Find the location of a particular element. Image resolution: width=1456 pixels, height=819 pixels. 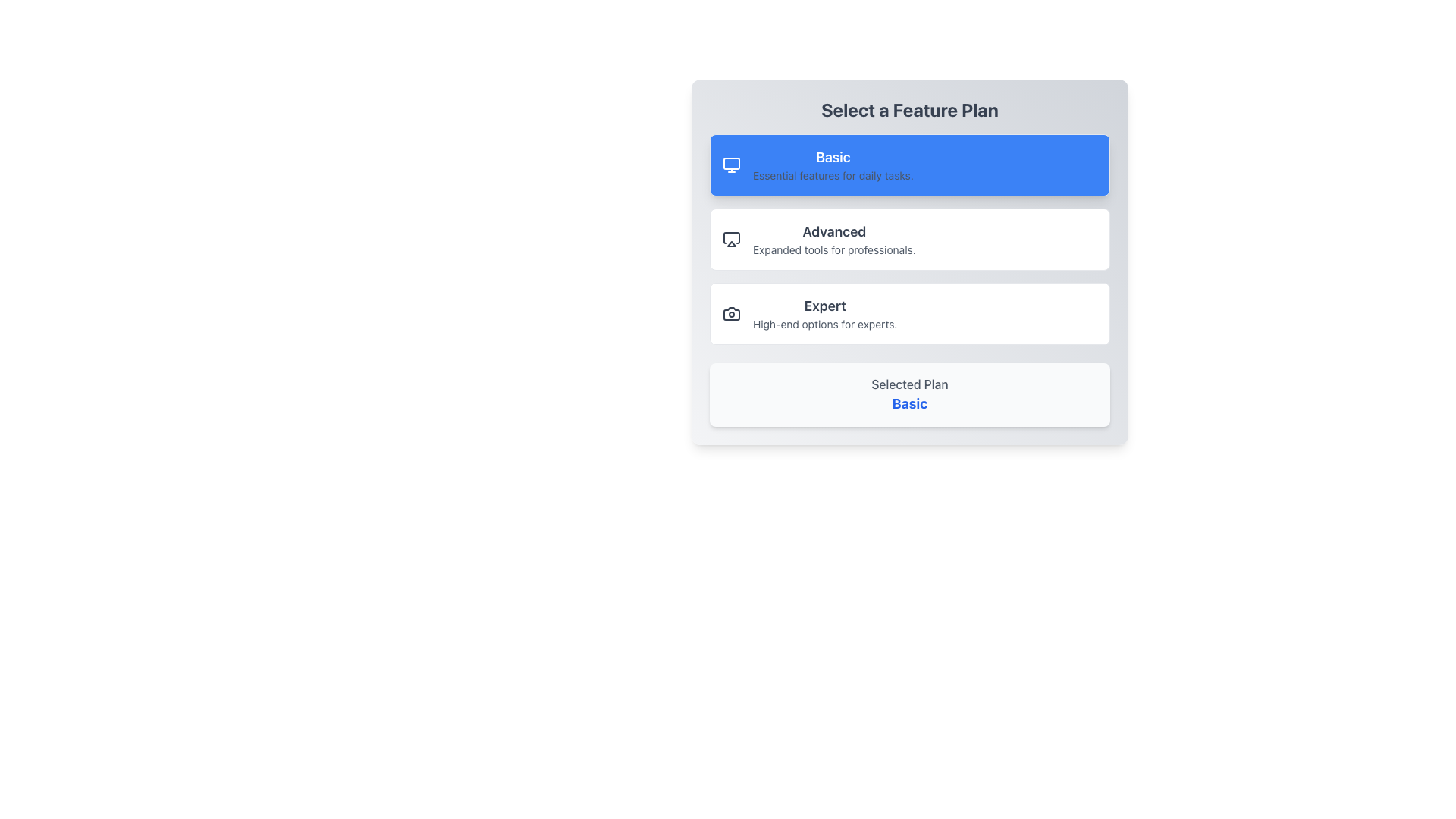

the computer monitor icon outlined in white on a blue background, located at the top-left corner of the 'Basic' card is located at coordinates (731, 165).